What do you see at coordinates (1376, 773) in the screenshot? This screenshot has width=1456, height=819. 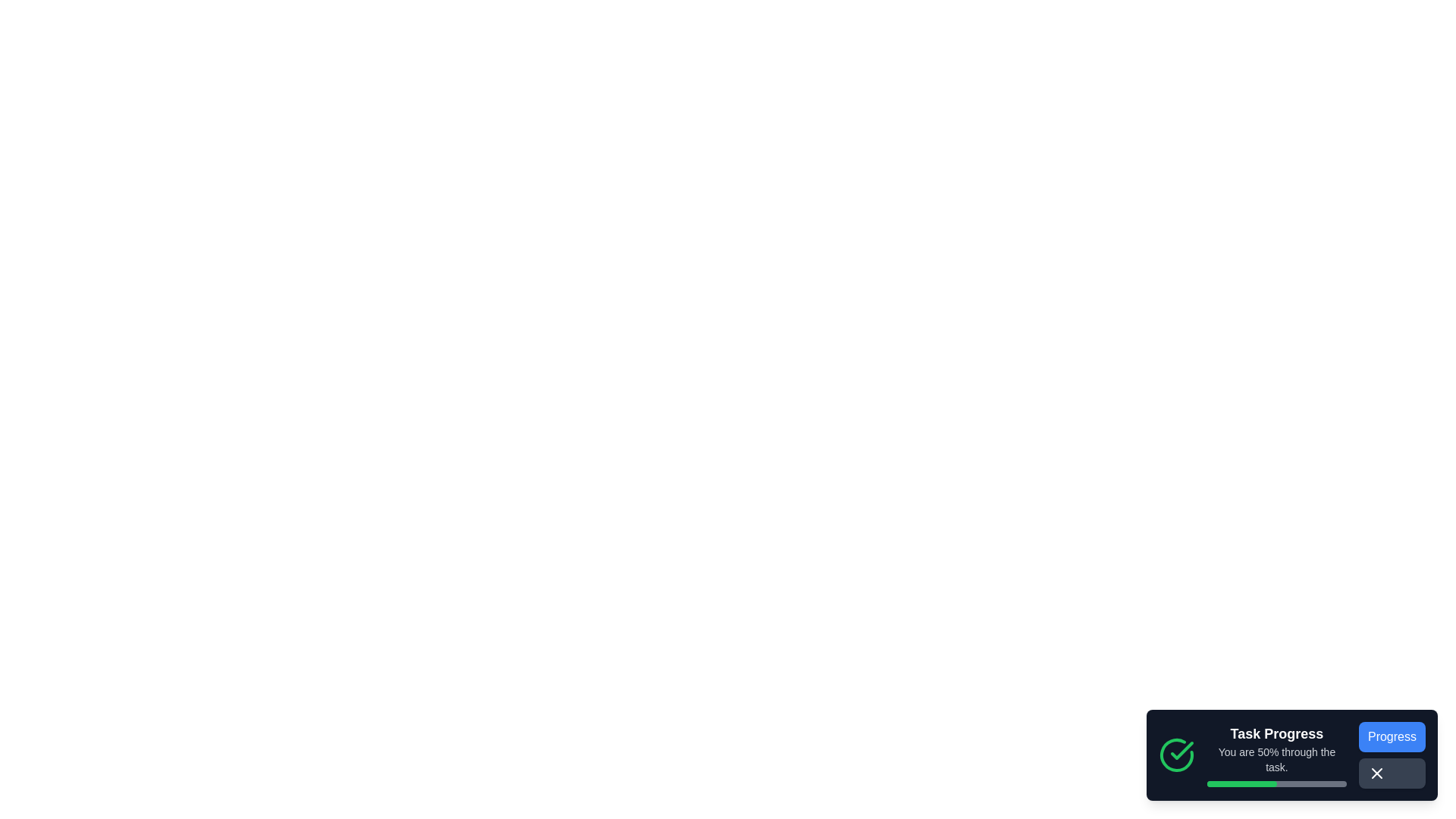 I see `the 'Close' button to dismiss the snackbar` at bounding box center [1376, 773].